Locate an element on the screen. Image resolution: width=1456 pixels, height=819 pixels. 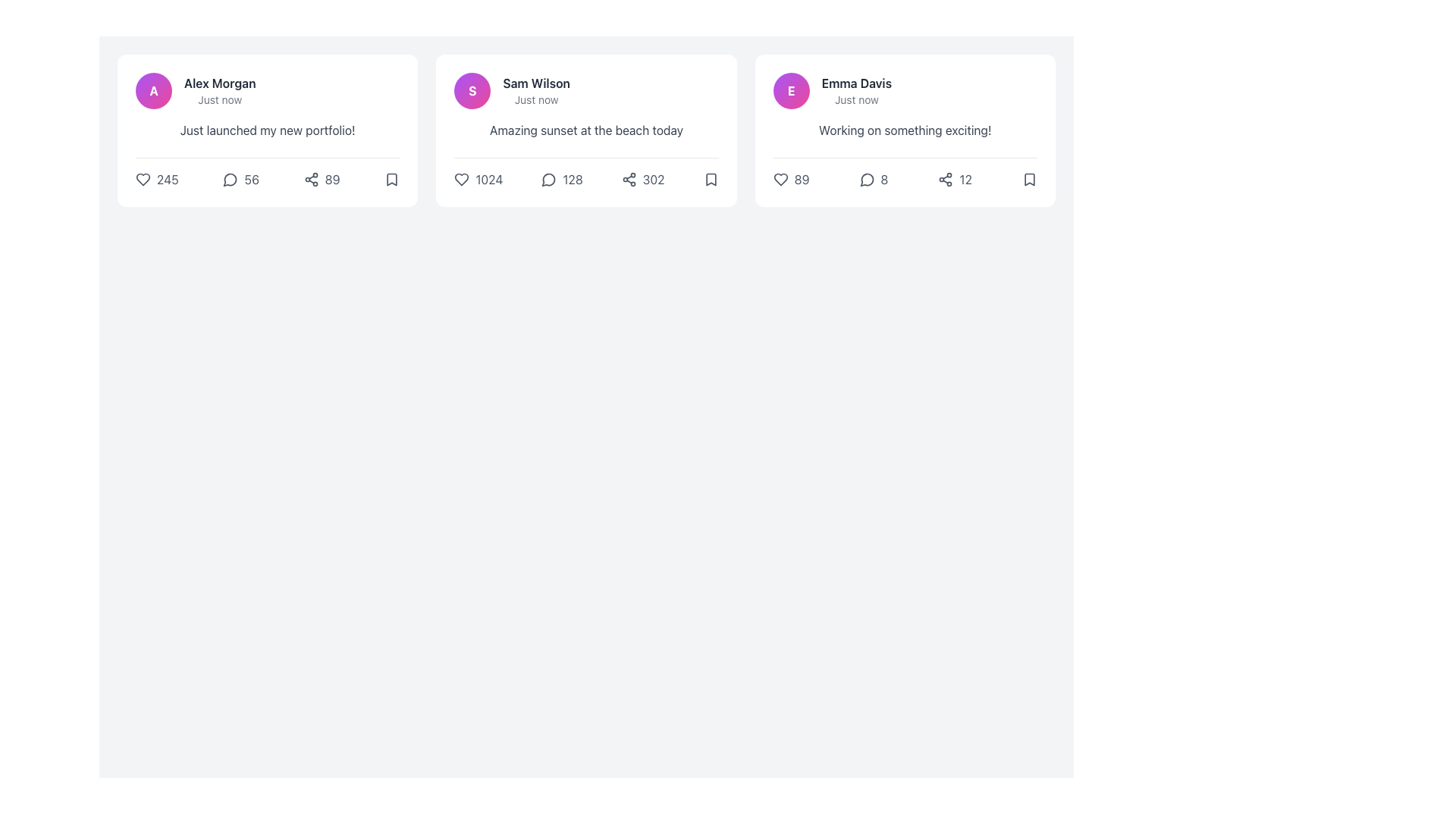
the bookmark icon button, which is the fifth interactive icon in the row of reaction icons below the post by 'Sam Wilson' is located at coordinates (710, 178).